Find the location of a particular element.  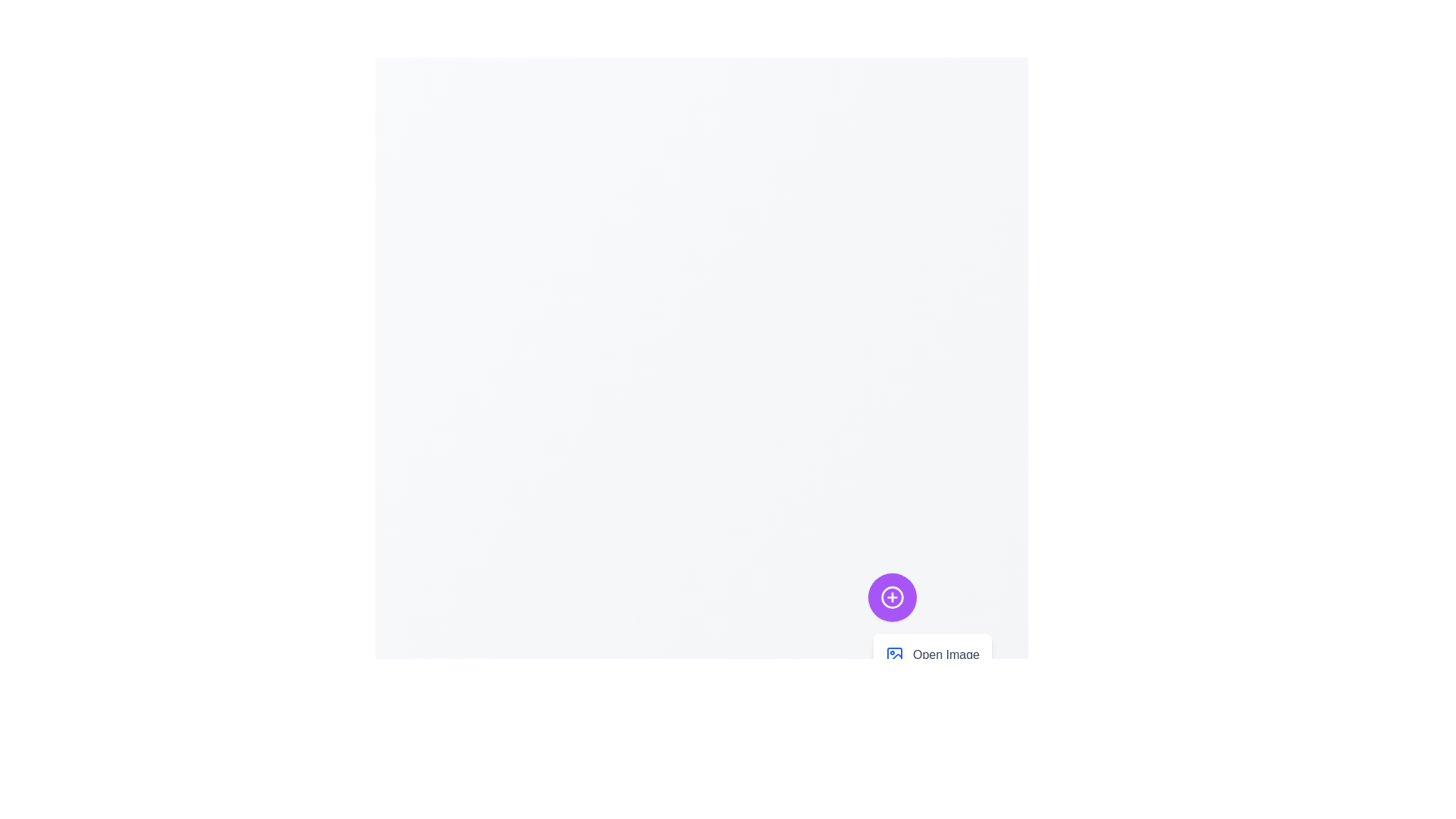

the Open Image from the speed dial menu is located at coordinates (931, 654).